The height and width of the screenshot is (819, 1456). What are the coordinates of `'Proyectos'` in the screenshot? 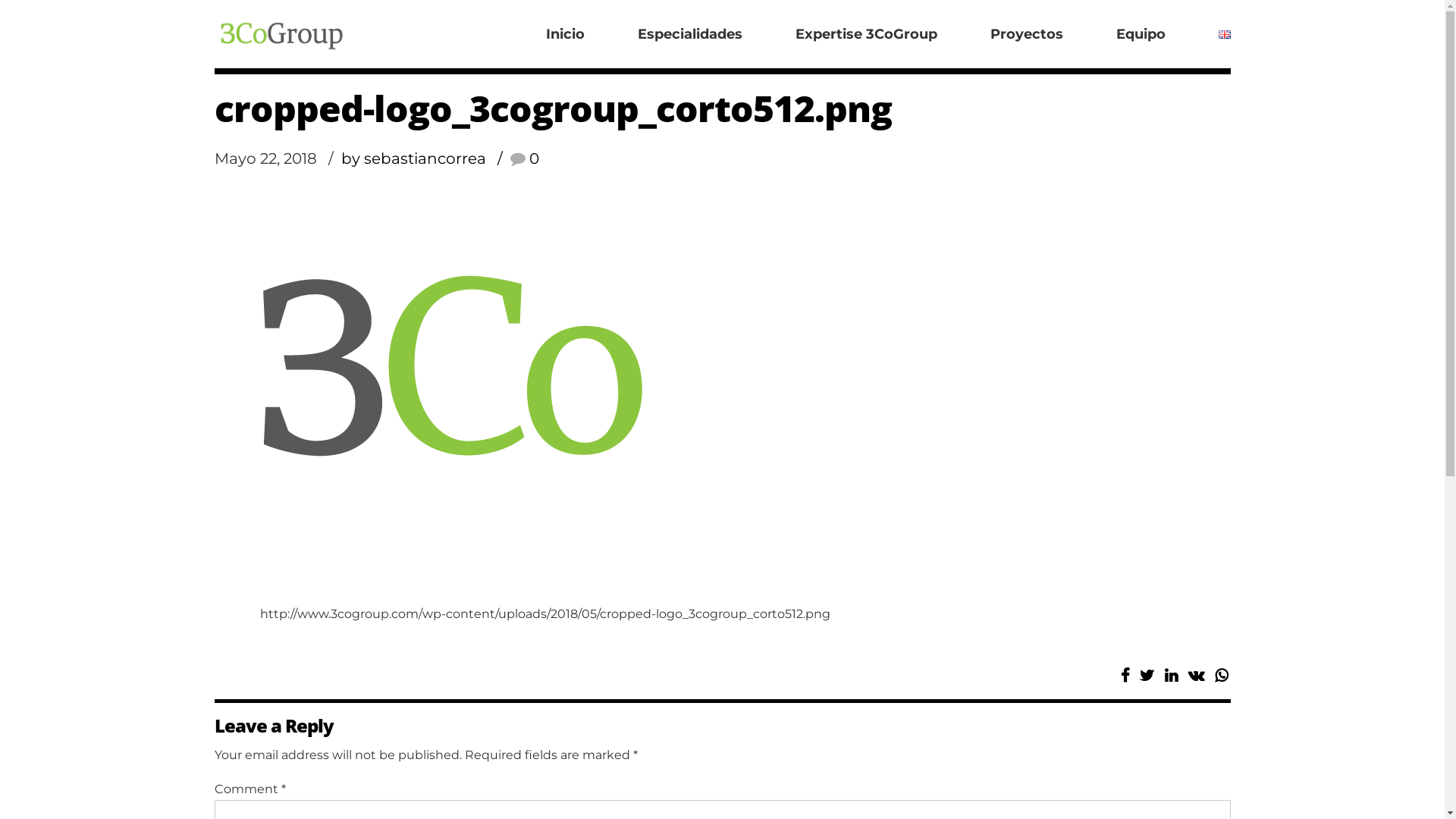 It's located at (990, 34).